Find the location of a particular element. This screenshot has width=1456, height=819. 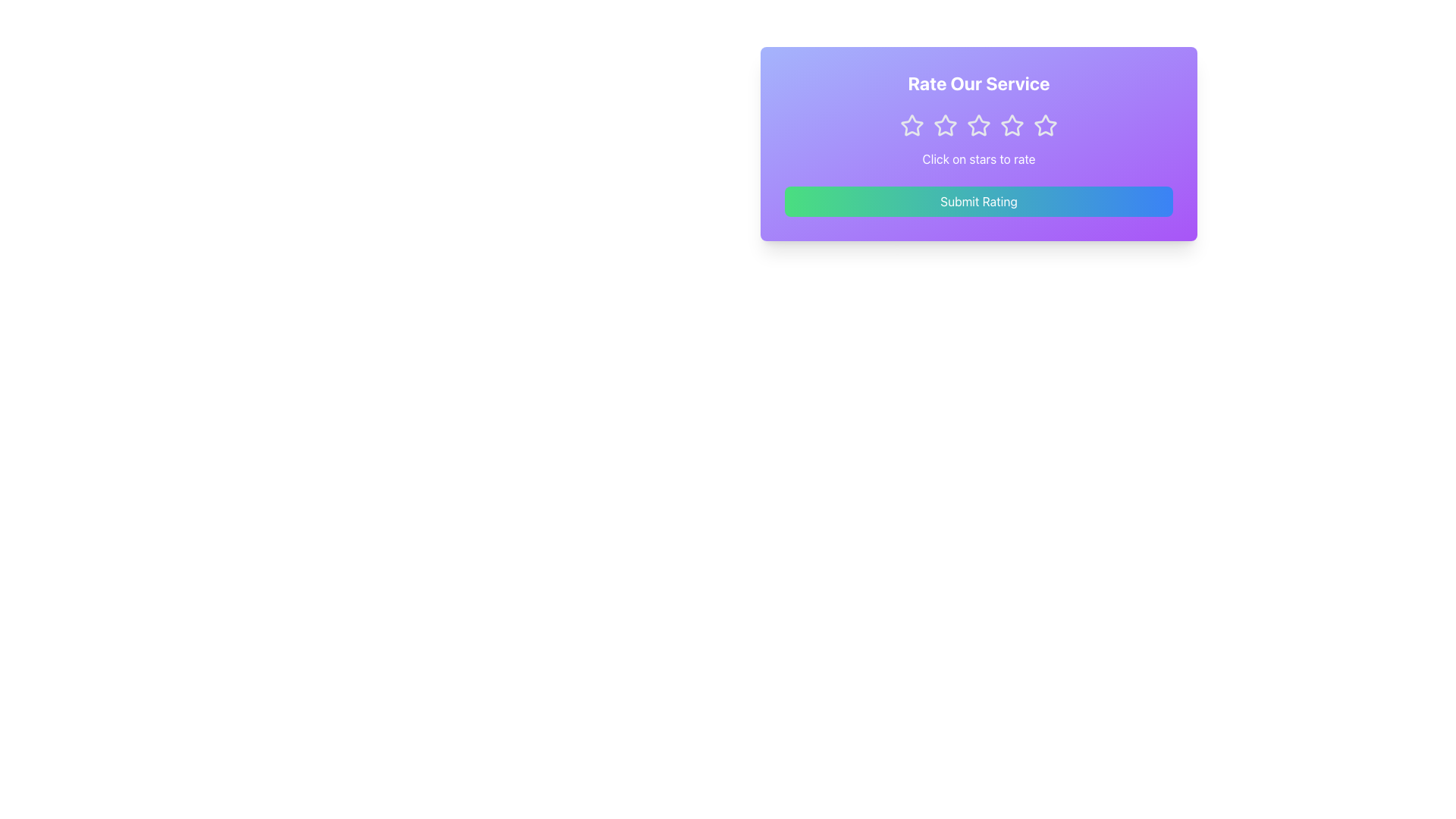

the fifth star in the Interactive Rating Star Icon group is located at coordinates (1044, 124).